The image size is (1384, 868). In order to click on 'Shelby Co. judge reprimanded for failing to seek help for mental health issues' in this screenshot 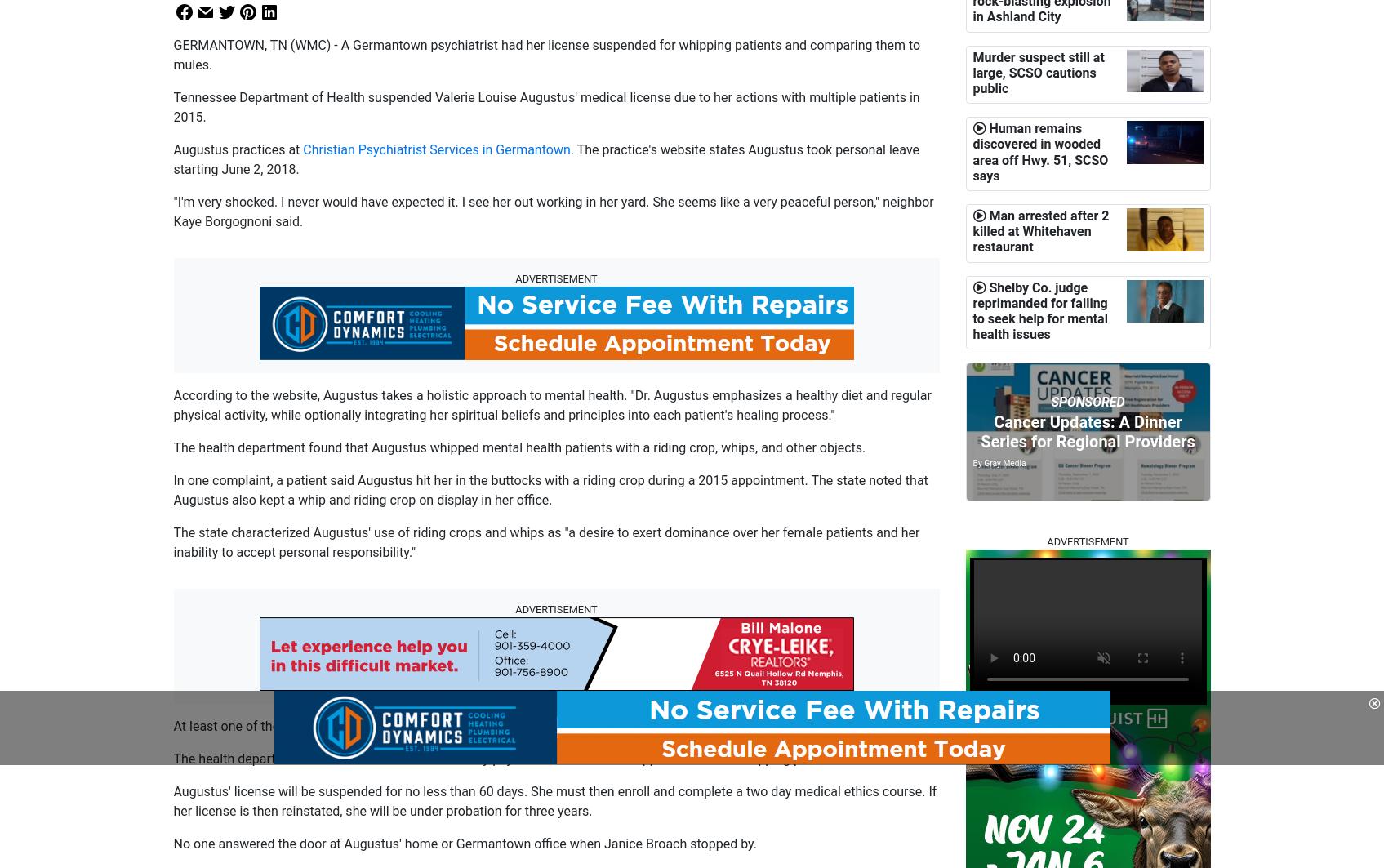, I will do `click(972, 310)`.